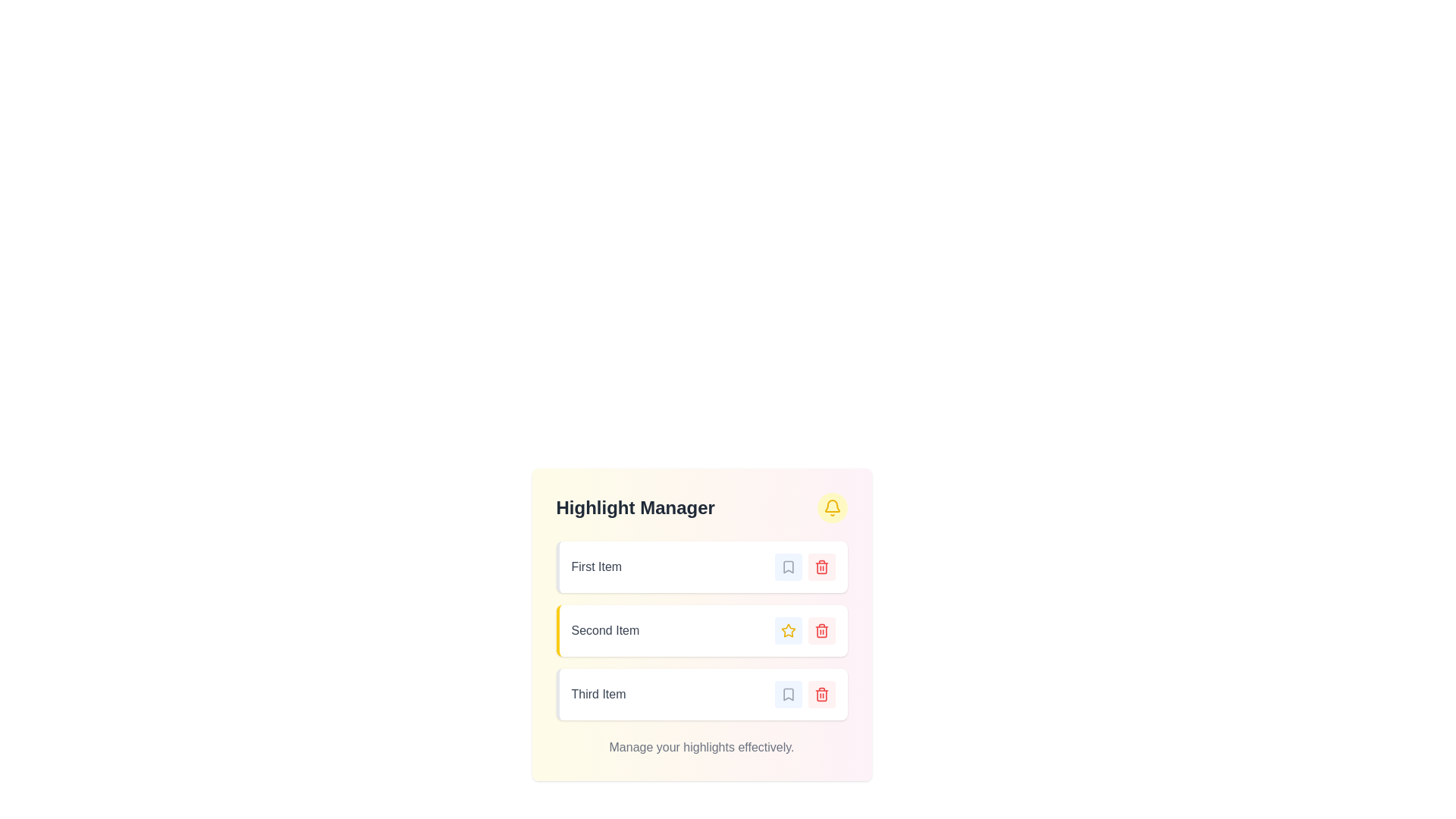  Describe the element at coordinates (787, 629) in the screenshot. I see `the star-shaped icon with yellow outlines located to the right of the text 'Second Item' in the second row of the 'Highlight Manager' module` at that location.